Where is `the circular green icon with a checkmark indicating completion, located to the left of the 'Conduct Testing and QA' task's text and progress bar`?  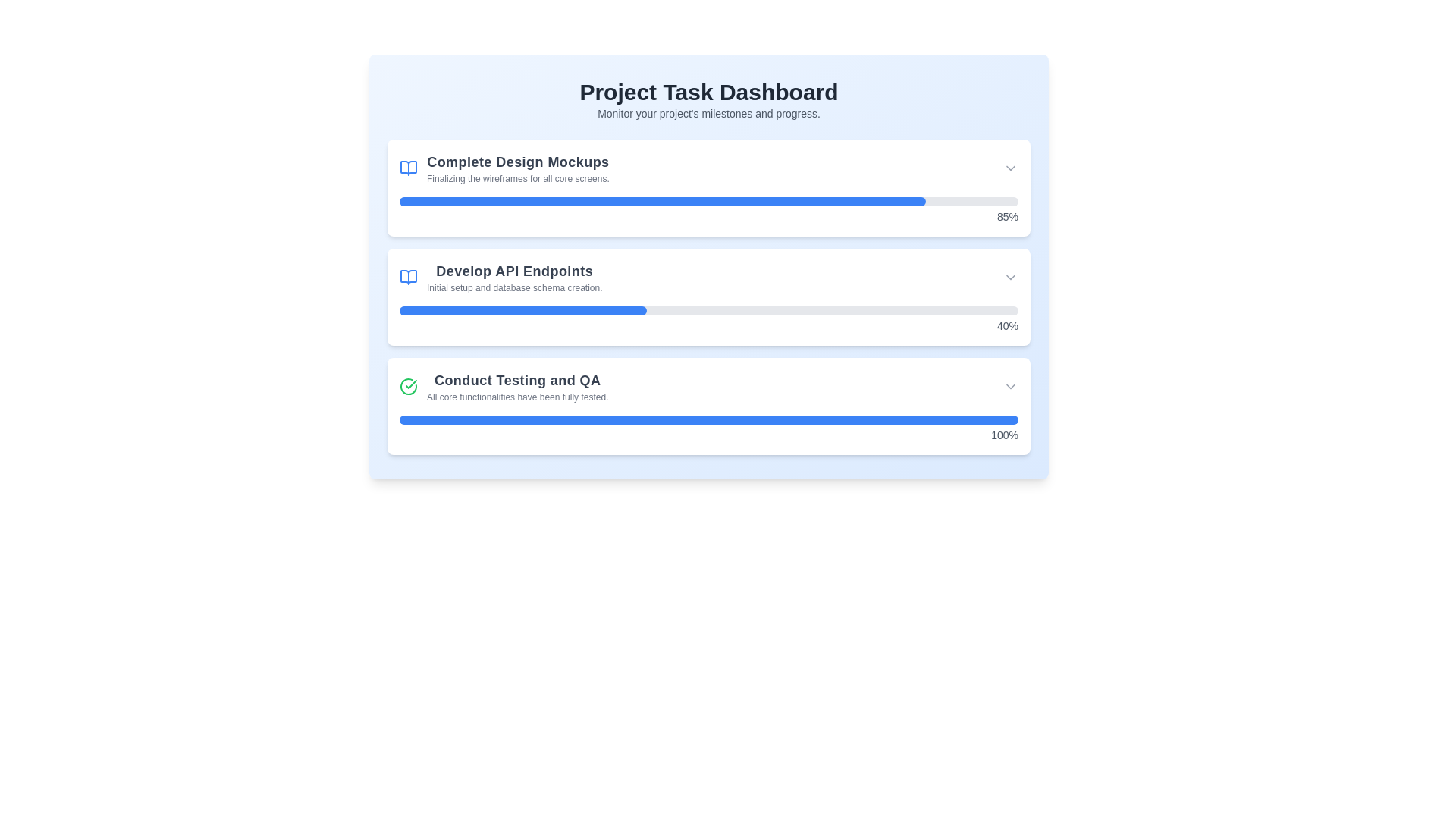
the circular green icon with a checkmark indicating completion, located to the left of the 'Conduct Testing and QA' task's text and progress bar is located at coordinates (408, 385).